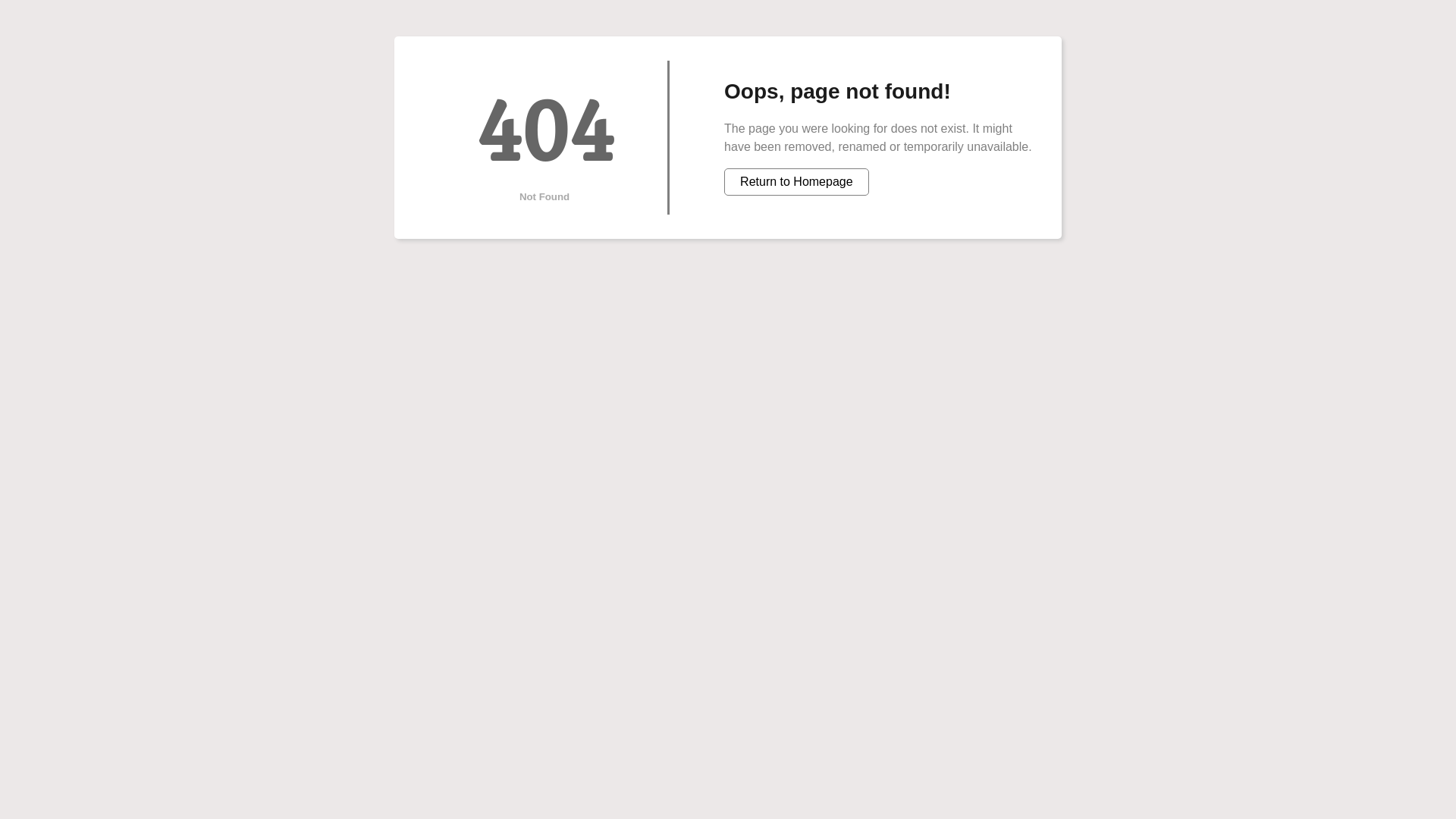 This screenshot has height=819, width=1456. I want to click on 'Return to Homepage', so click(795, 180).